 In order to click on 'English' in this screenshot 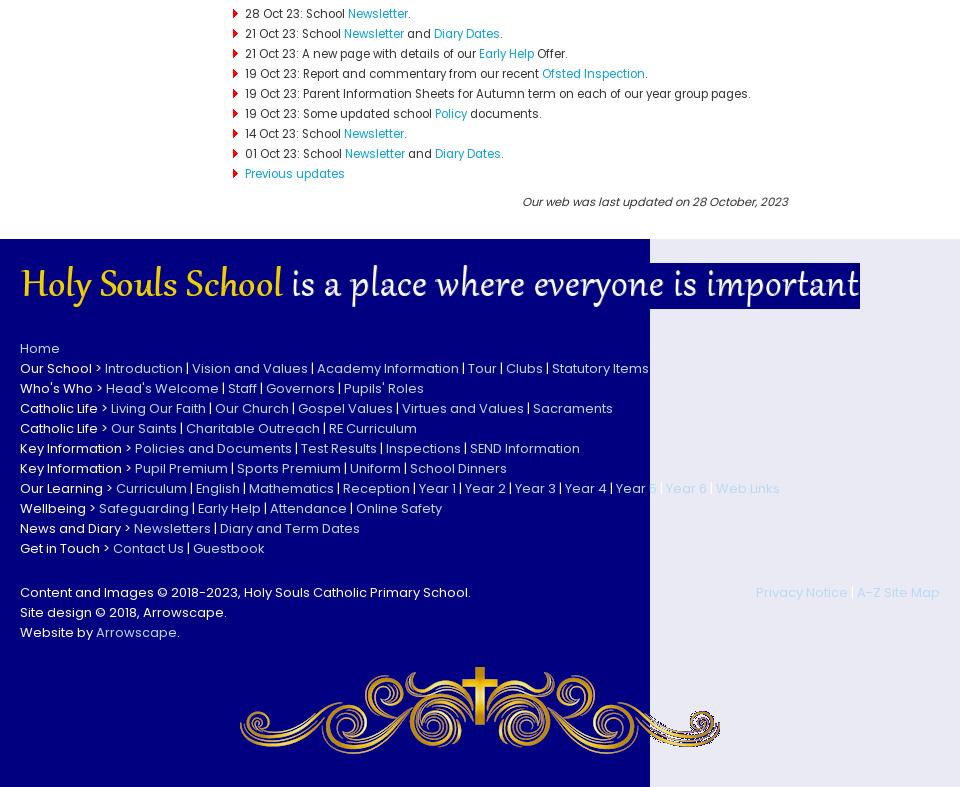, I will do `click(218, 487)`.